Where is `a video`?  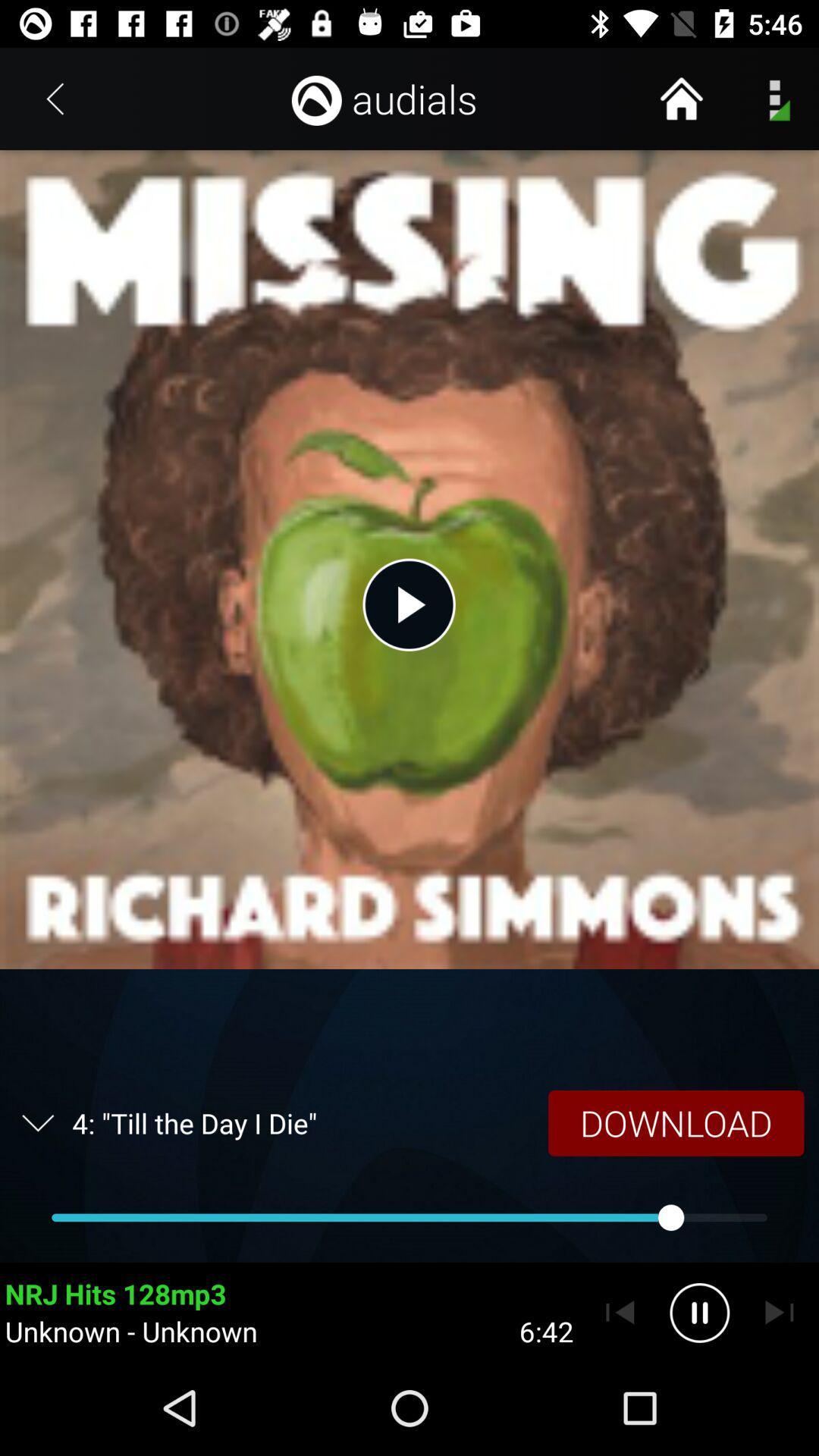 a video is located at coordinates (408, 604).